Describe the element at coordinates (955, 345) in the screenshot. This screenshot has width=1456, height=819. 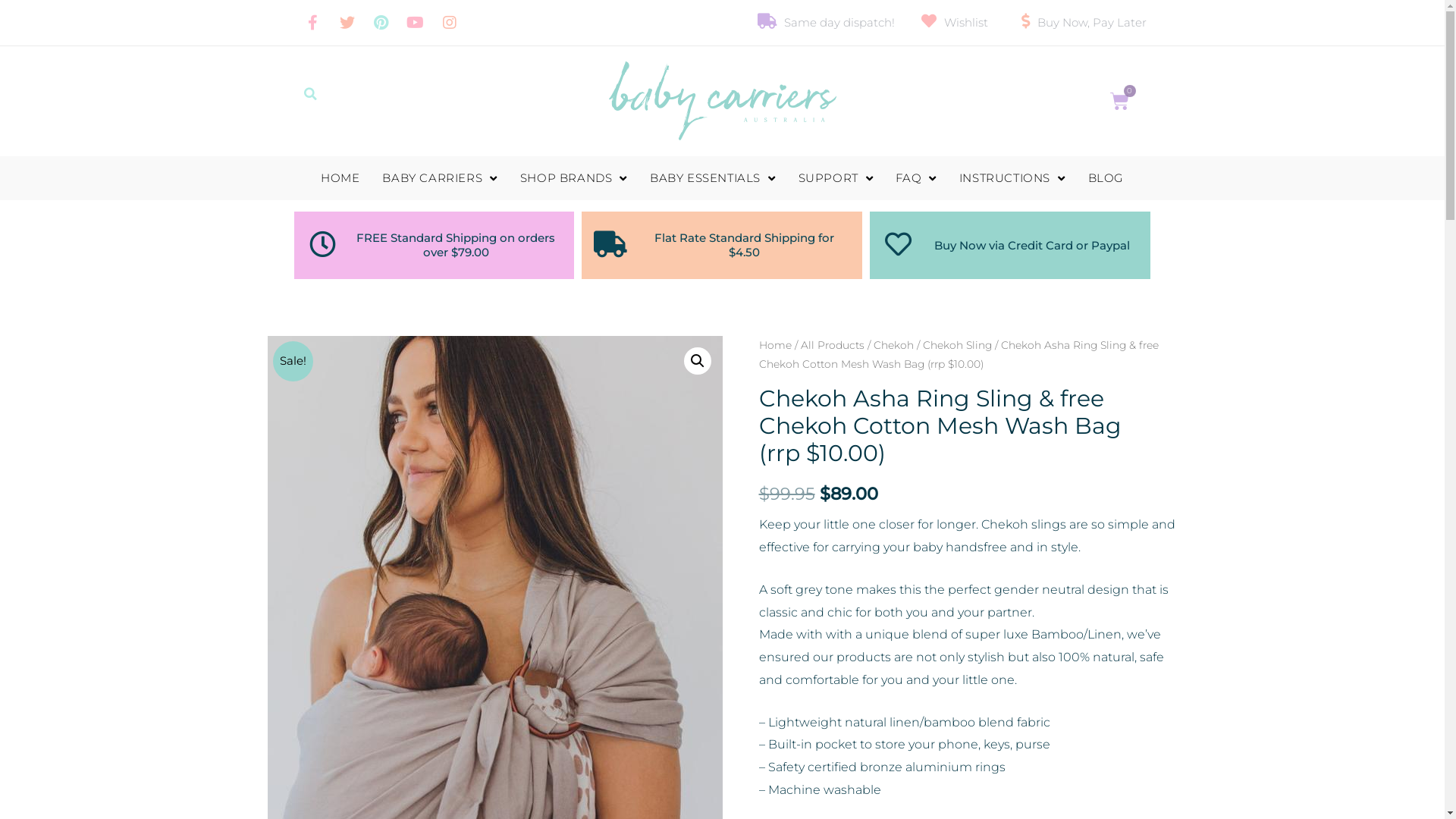
I see `'Chekoh Sling'` at that location.